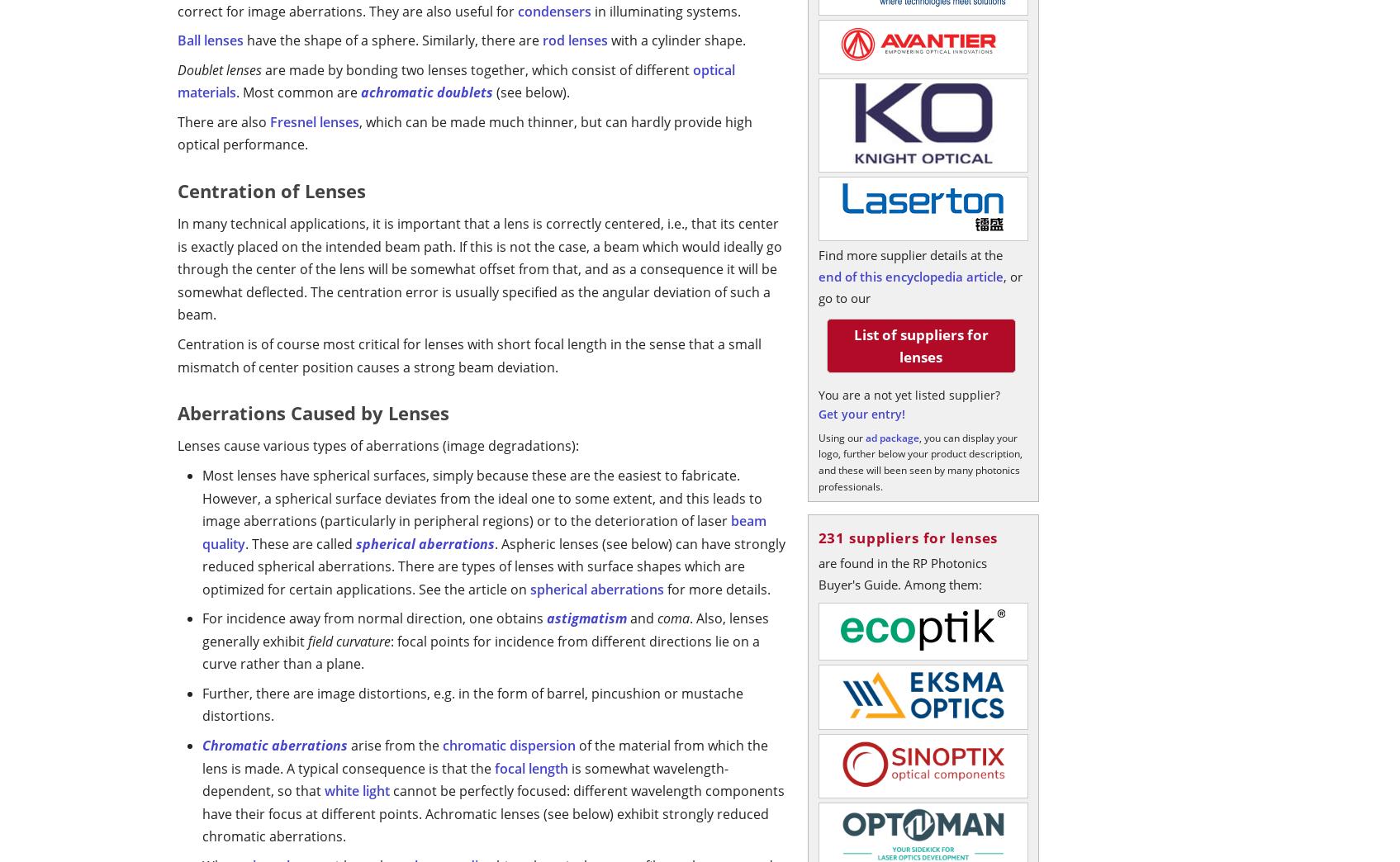  I want to click on 'white light', so click(357, 789).